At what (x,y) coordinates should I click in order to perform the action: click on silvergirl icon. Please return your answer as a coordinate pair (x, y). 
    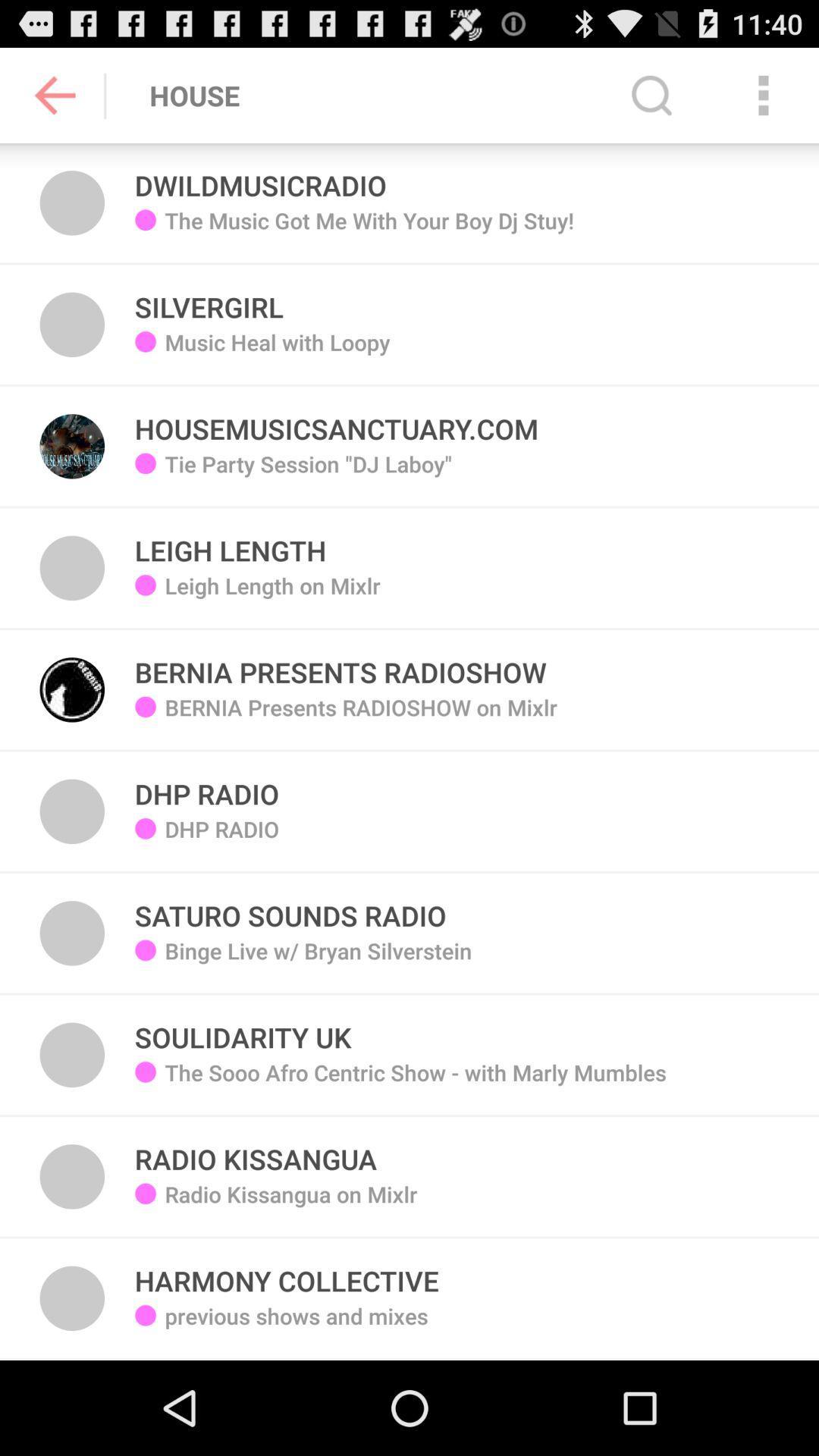
    Looking at the image, I should click on (209, 299).